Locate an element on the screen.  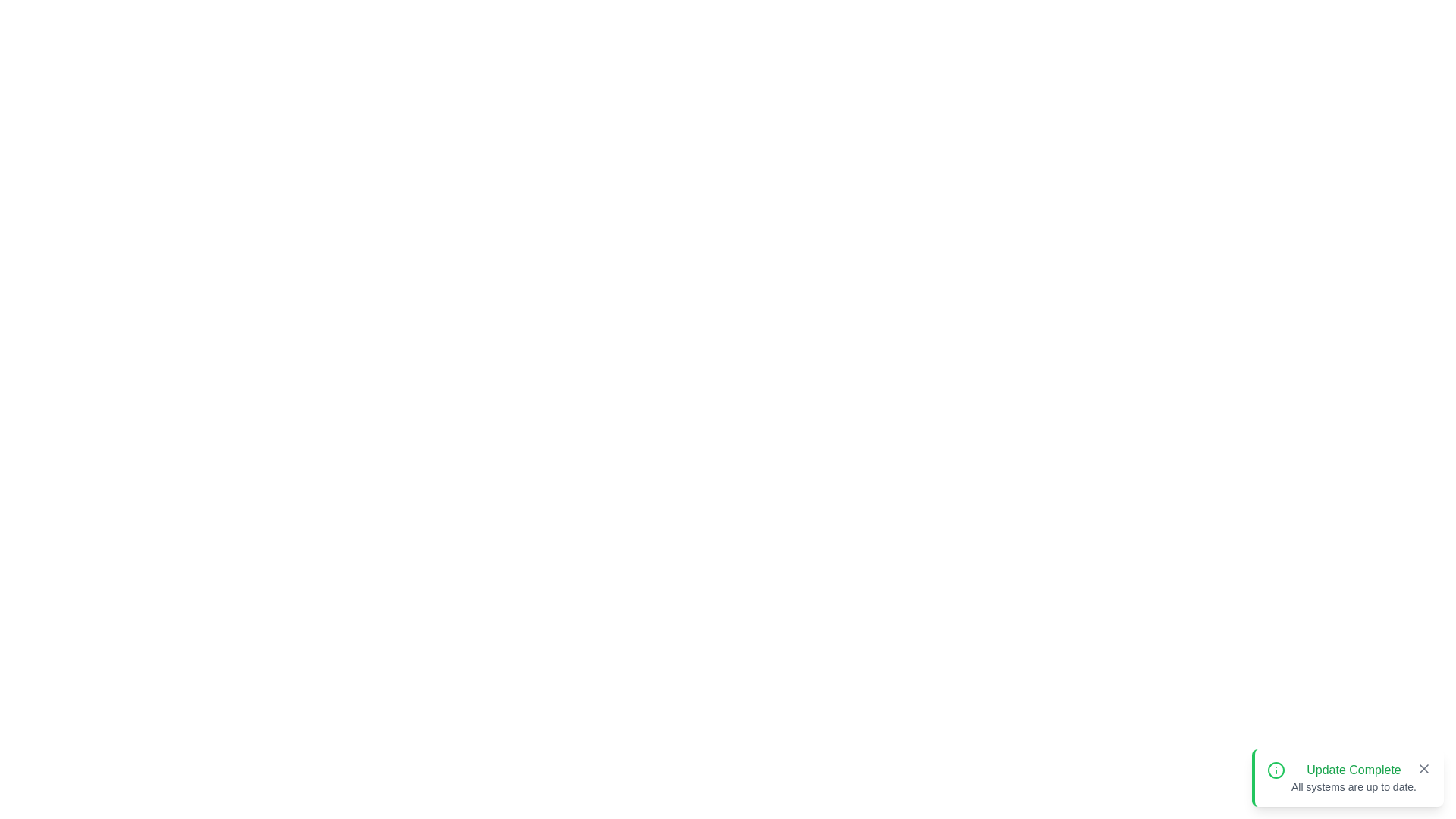
the notification icon to inspect it is located at coordinates (1276, 770).